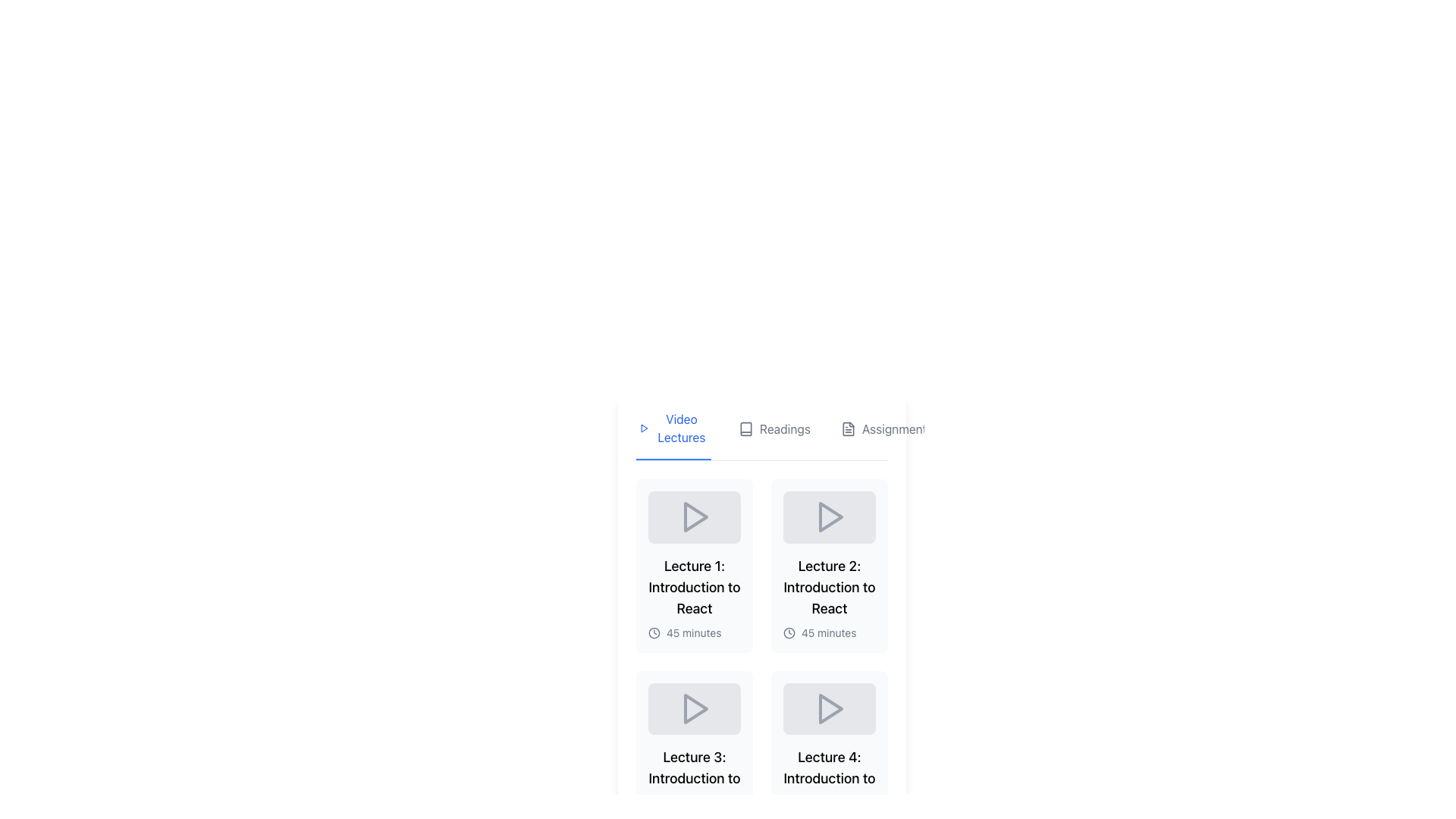 This screenshot has height=819, width=1456. I want to click on text label that displays 'Lecture 2: Introduction to React' to understand the lecture title, so click(829, 586).